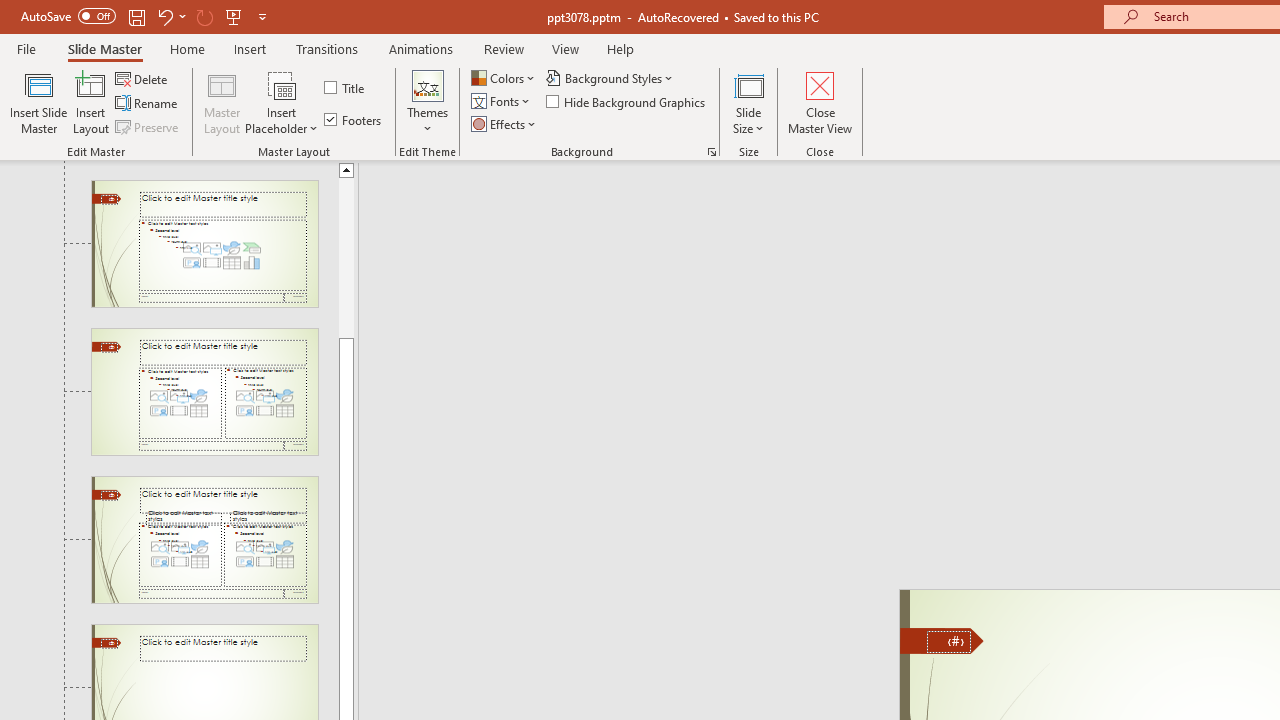  Describe the element at coordinates (610, 77) in the screenshot. I see `'Background Styles'` at that location.